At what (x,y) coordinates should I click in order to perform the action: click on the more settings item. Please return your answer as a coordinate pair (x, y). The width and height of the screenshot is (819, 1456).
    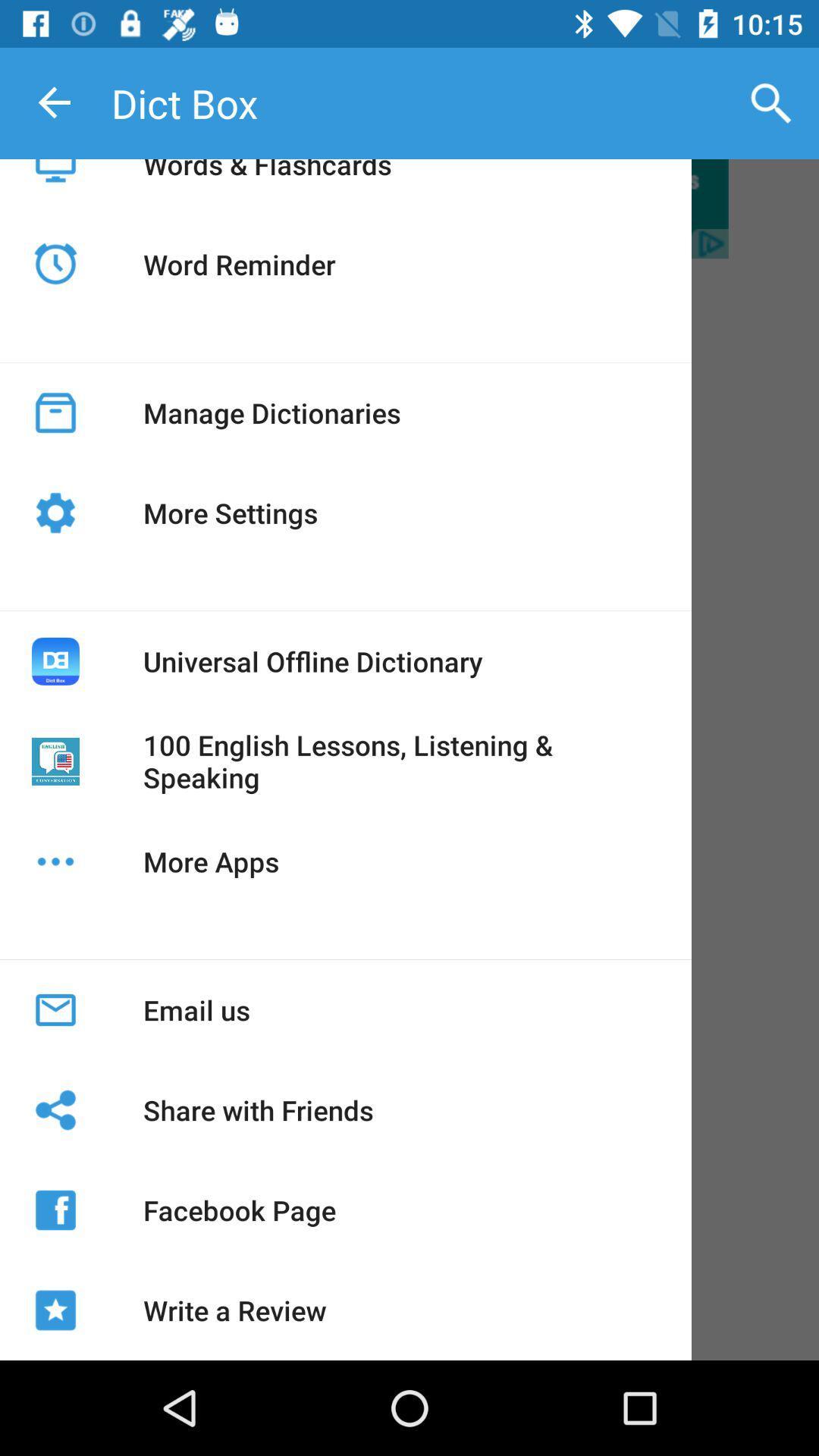
    Looking at the image, I should click on (231, 513).